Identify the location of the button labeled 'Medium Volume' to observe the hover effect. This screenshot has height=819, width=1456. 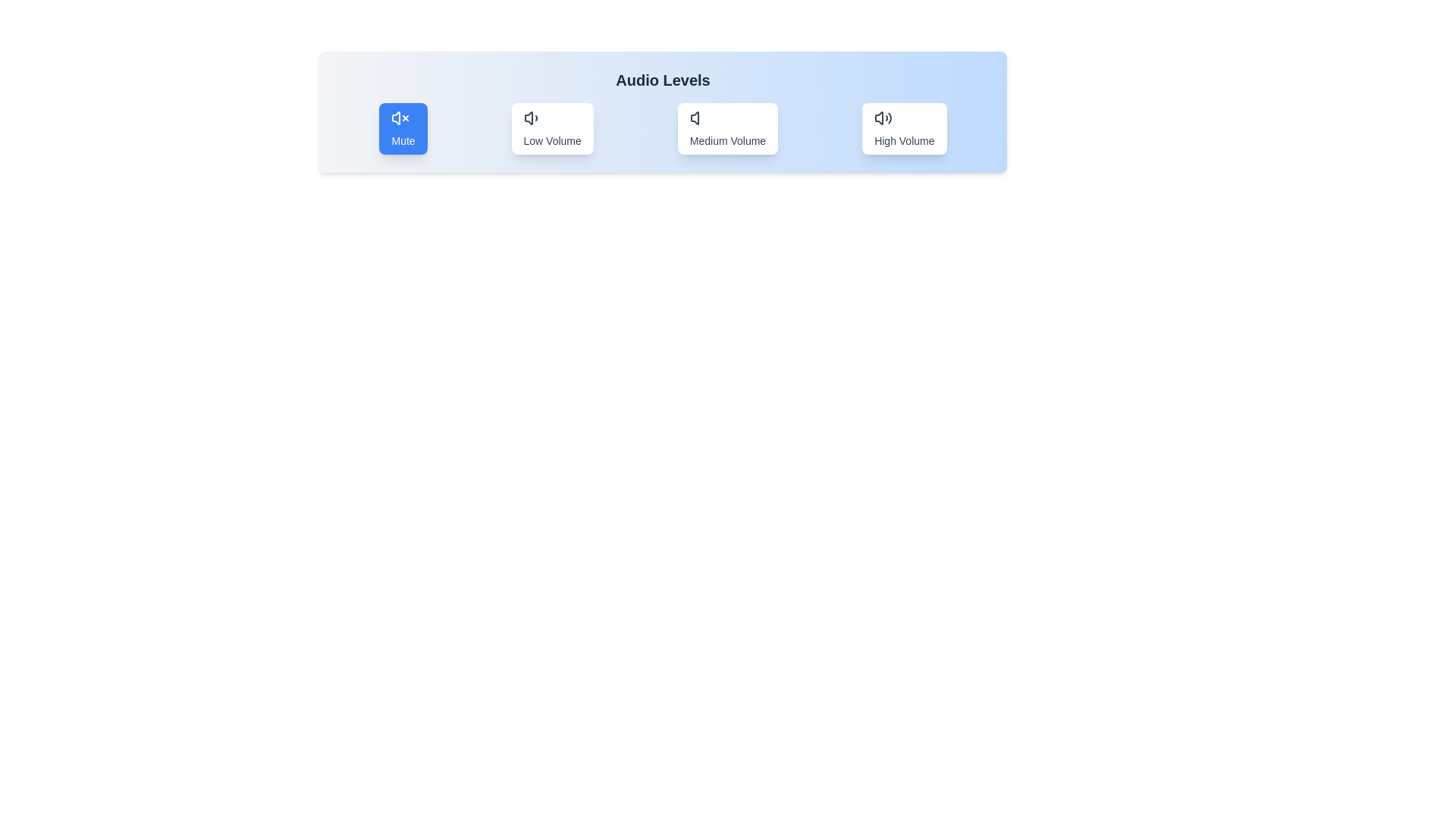
(728, 127).